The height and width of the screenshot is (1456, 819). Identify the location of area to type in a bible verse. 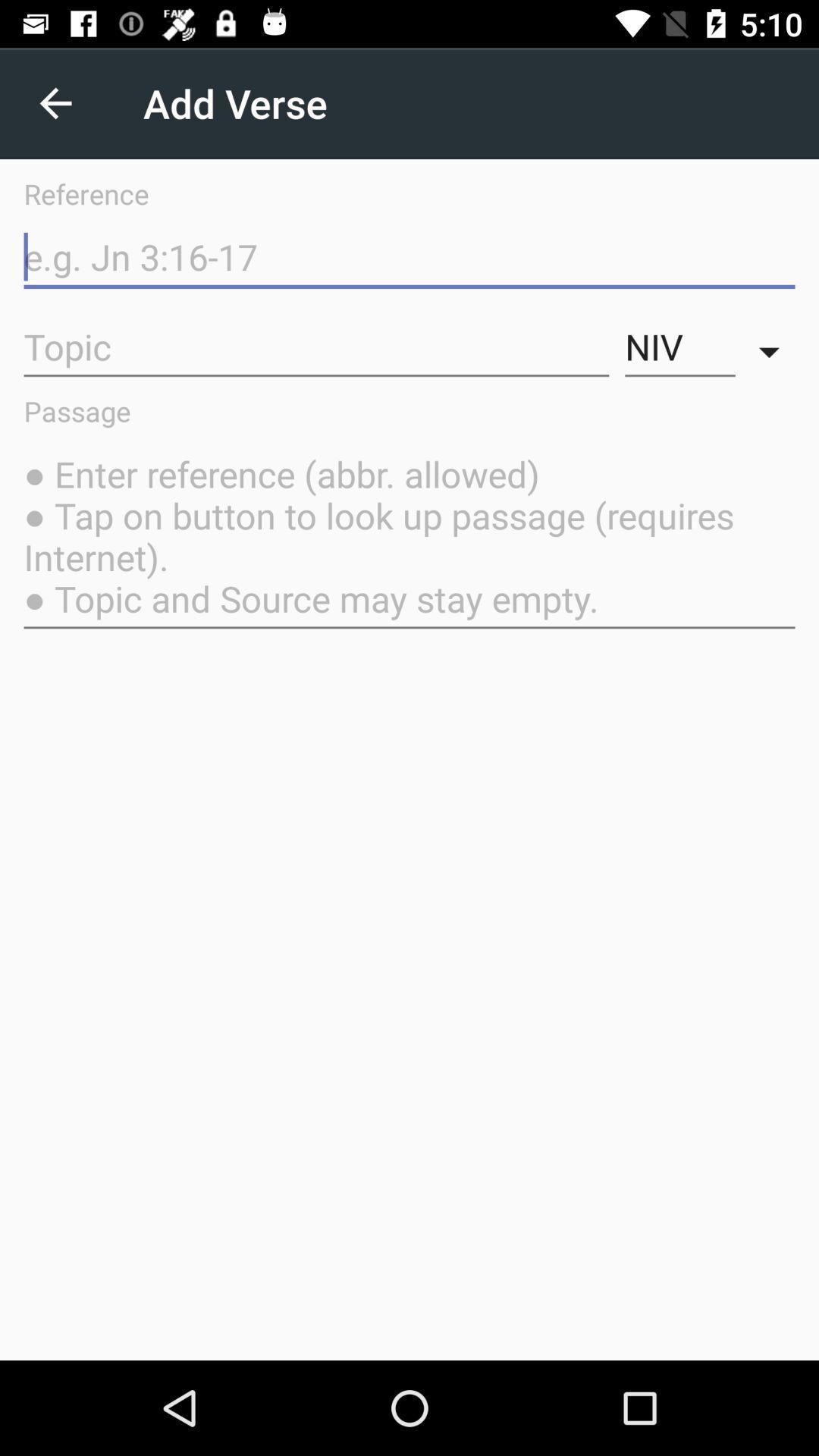
(409, 257).